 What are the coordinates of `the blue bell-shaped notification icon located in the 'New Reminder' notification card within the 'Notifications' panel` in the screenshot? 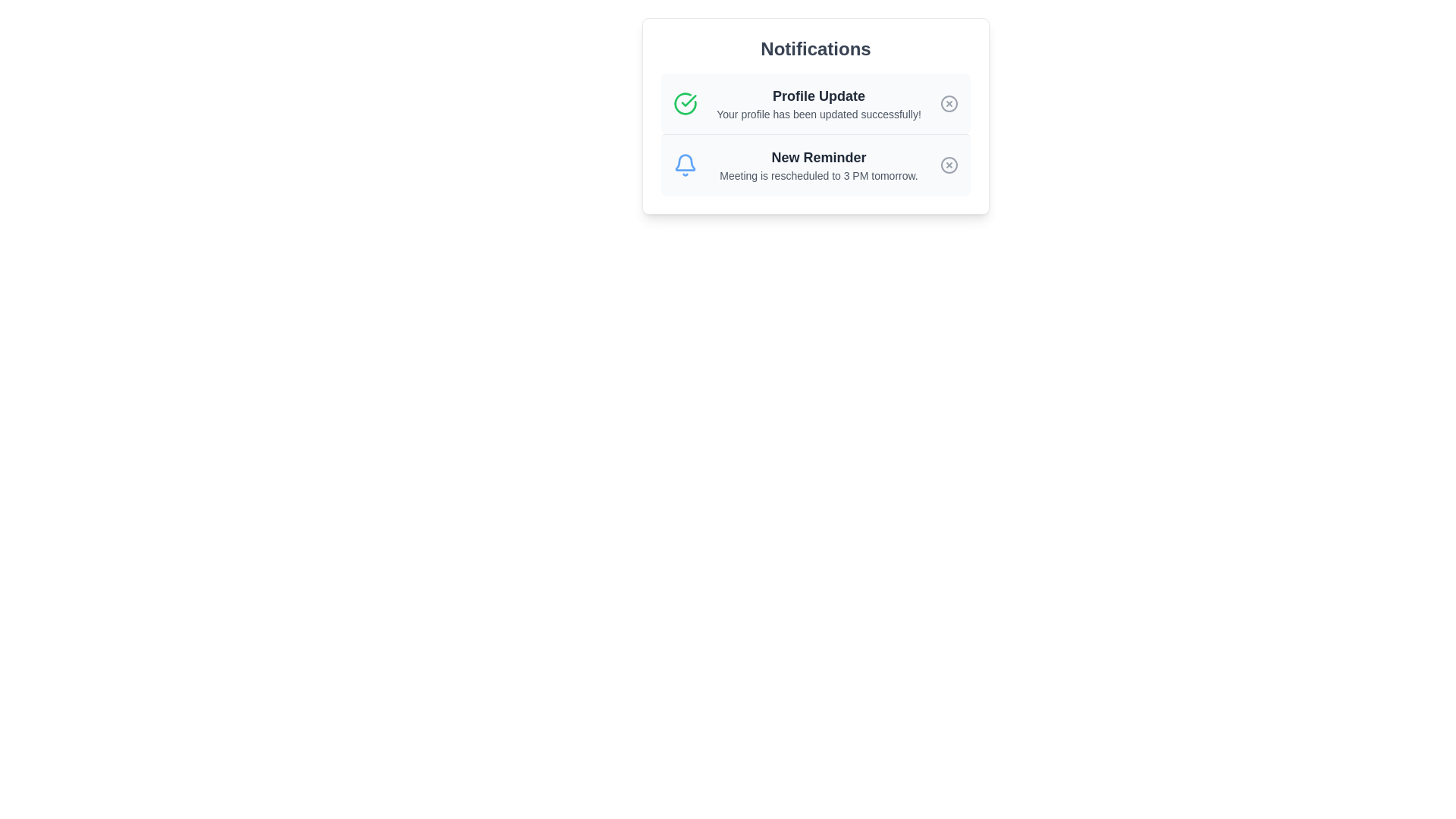 It's located at (684, 162).